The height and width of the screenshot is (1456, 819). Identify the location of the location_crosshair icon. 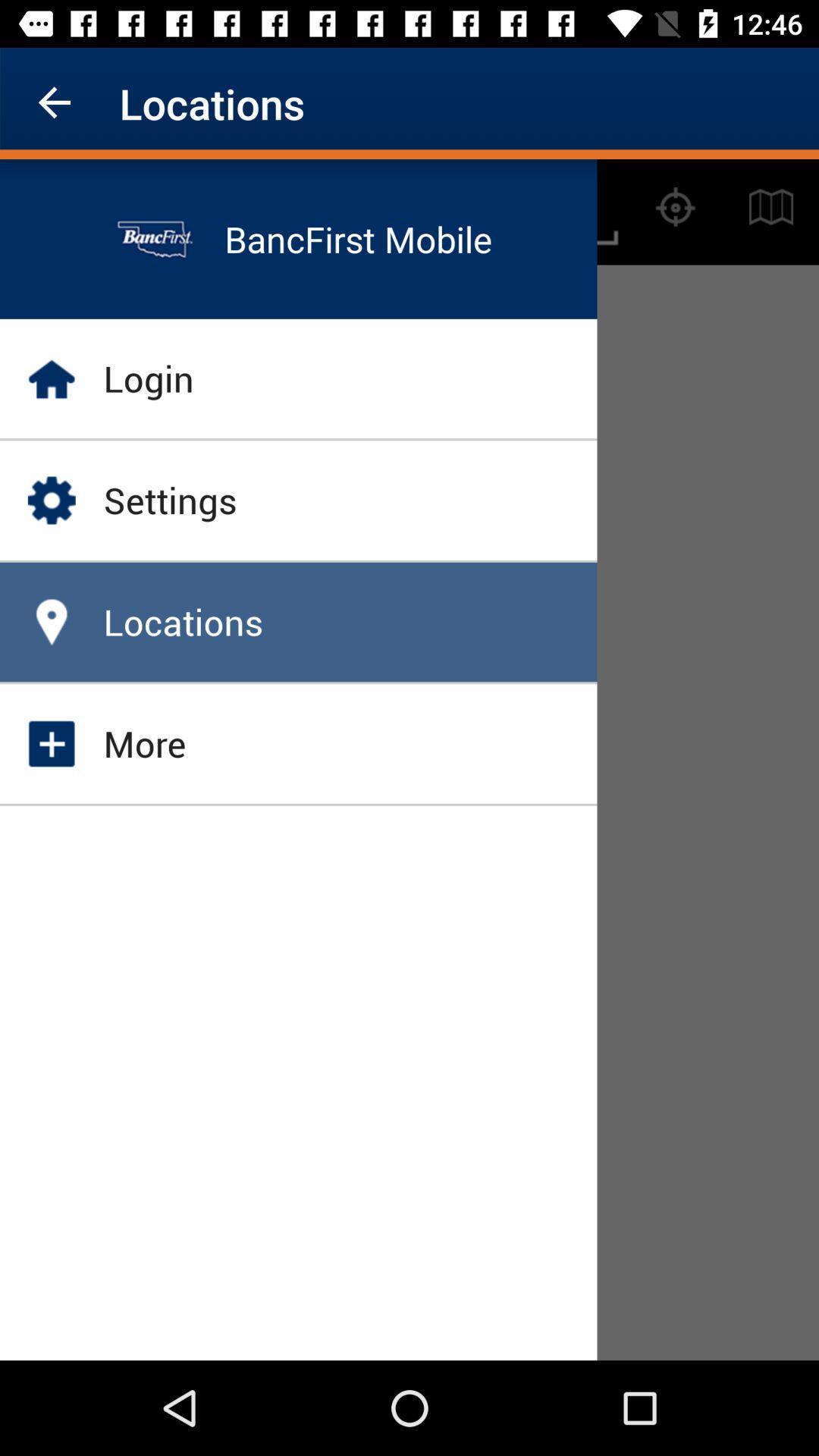
(675, 206).